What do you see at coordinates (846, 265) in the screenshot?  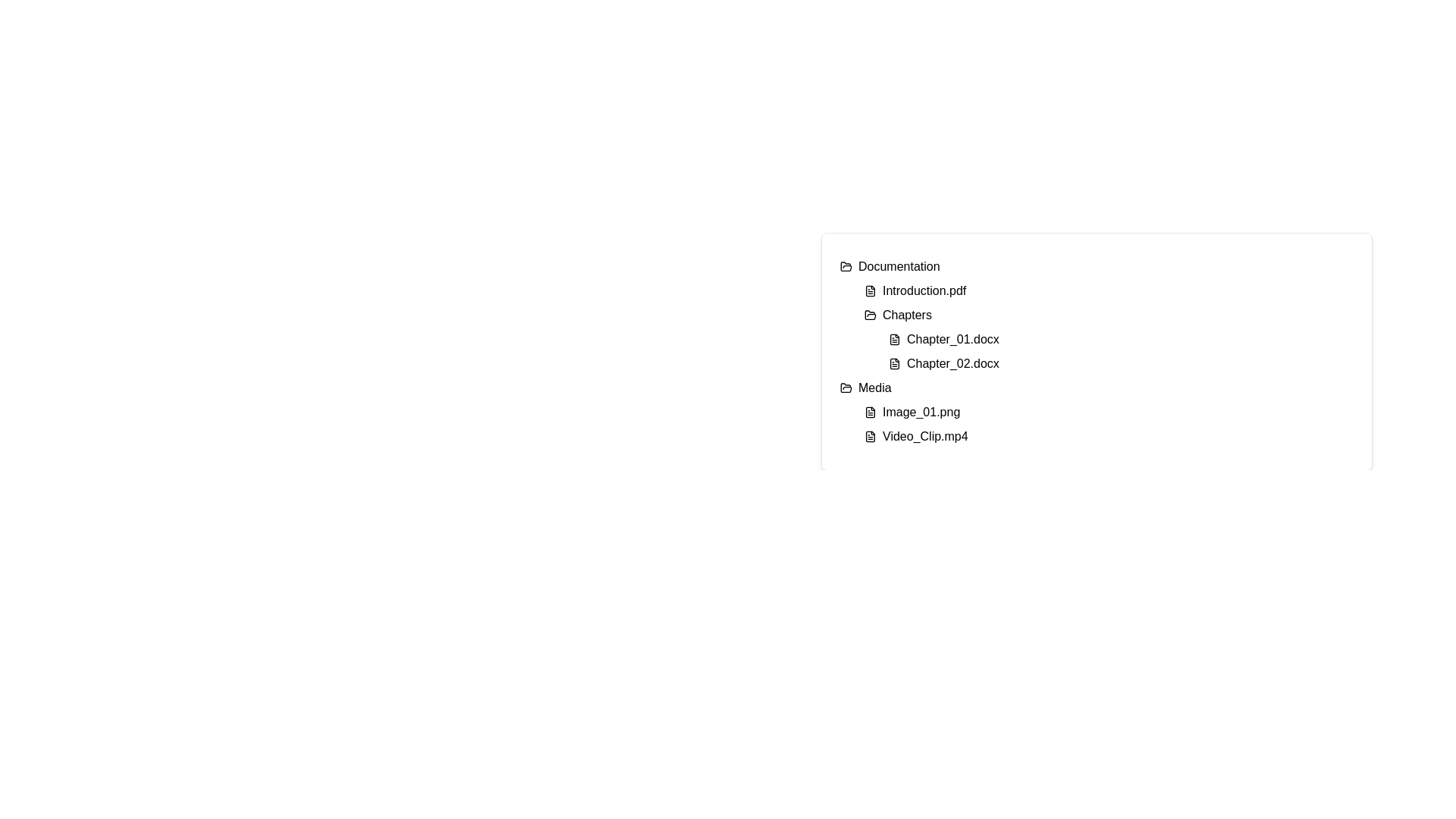 I see `the folder icon, which is an open folder depiction located to the left of the 'Documentation' text in the top-left section of the file browser panel` at bounding box center [846, 265].